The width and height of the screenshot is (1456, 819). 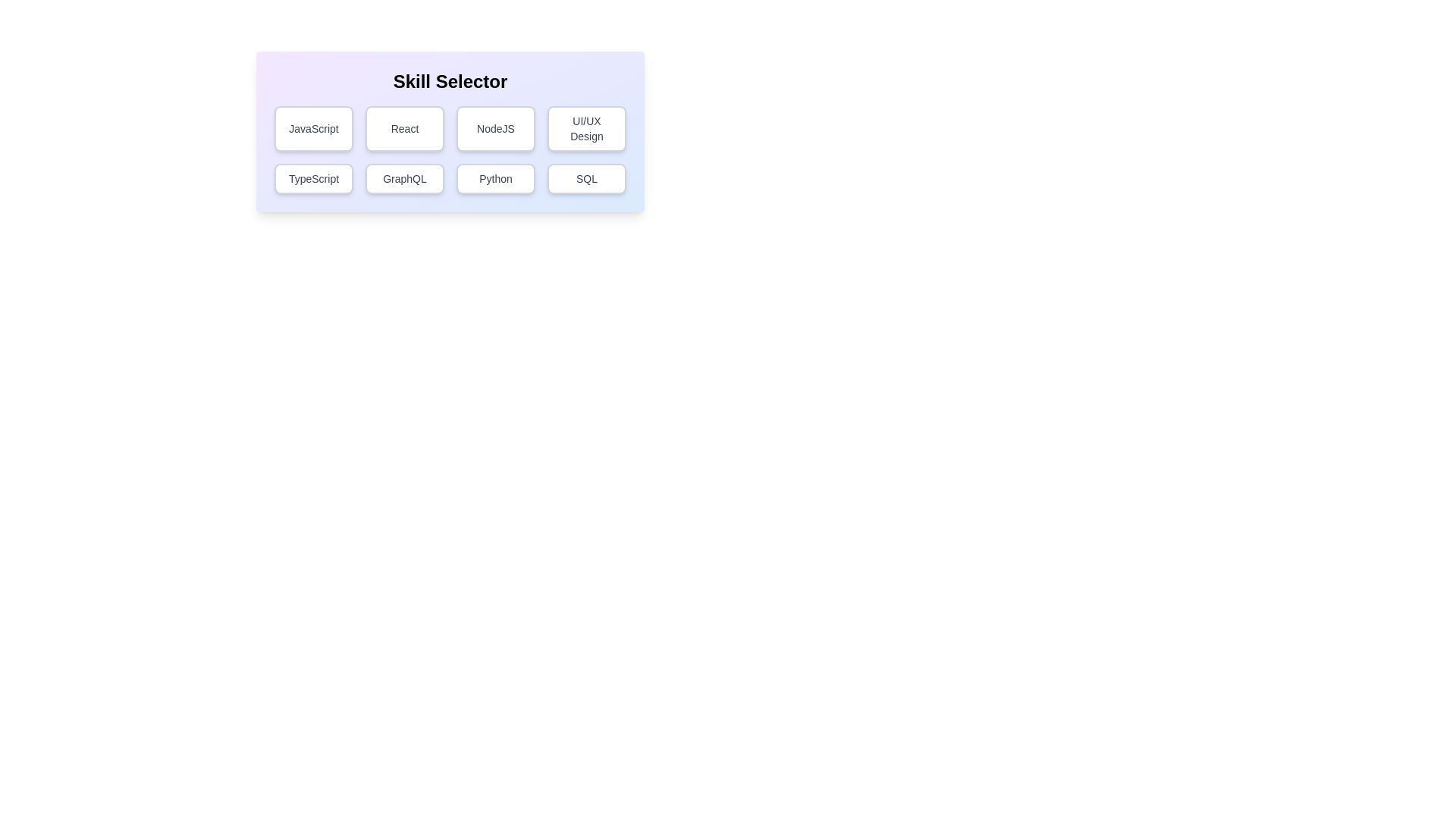 What do you see at coordinates (585, 127) in the screenshot?
I see `the button corresponding to the skill UI/UX Design to toggle its selection` at bounding box center [585, 127].